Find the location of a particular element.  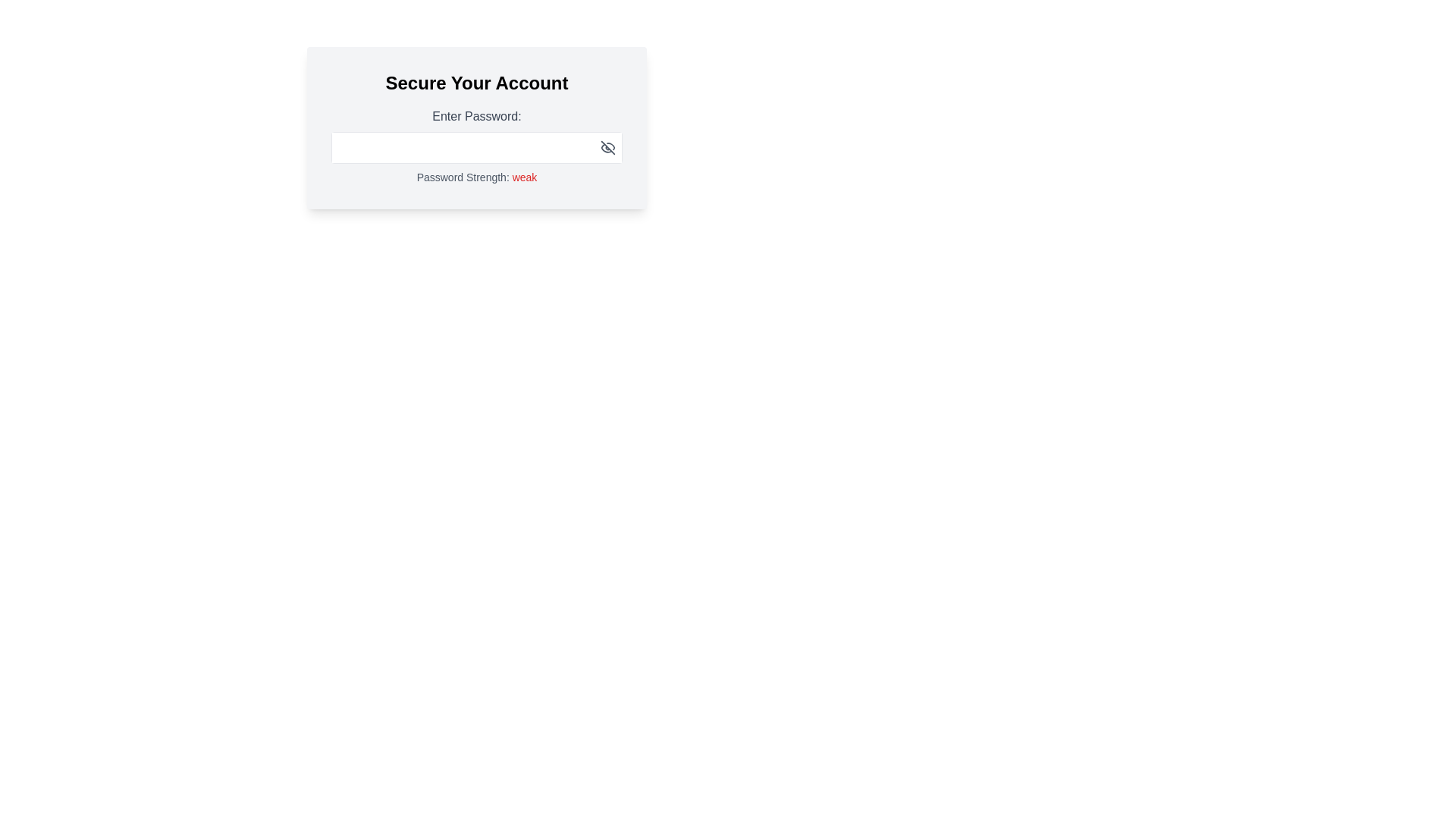

password strength indicated by the text label displaying 'weak' in red color, located below the password input field in the vertically oriented form interface is located at coordinates (524, 177).